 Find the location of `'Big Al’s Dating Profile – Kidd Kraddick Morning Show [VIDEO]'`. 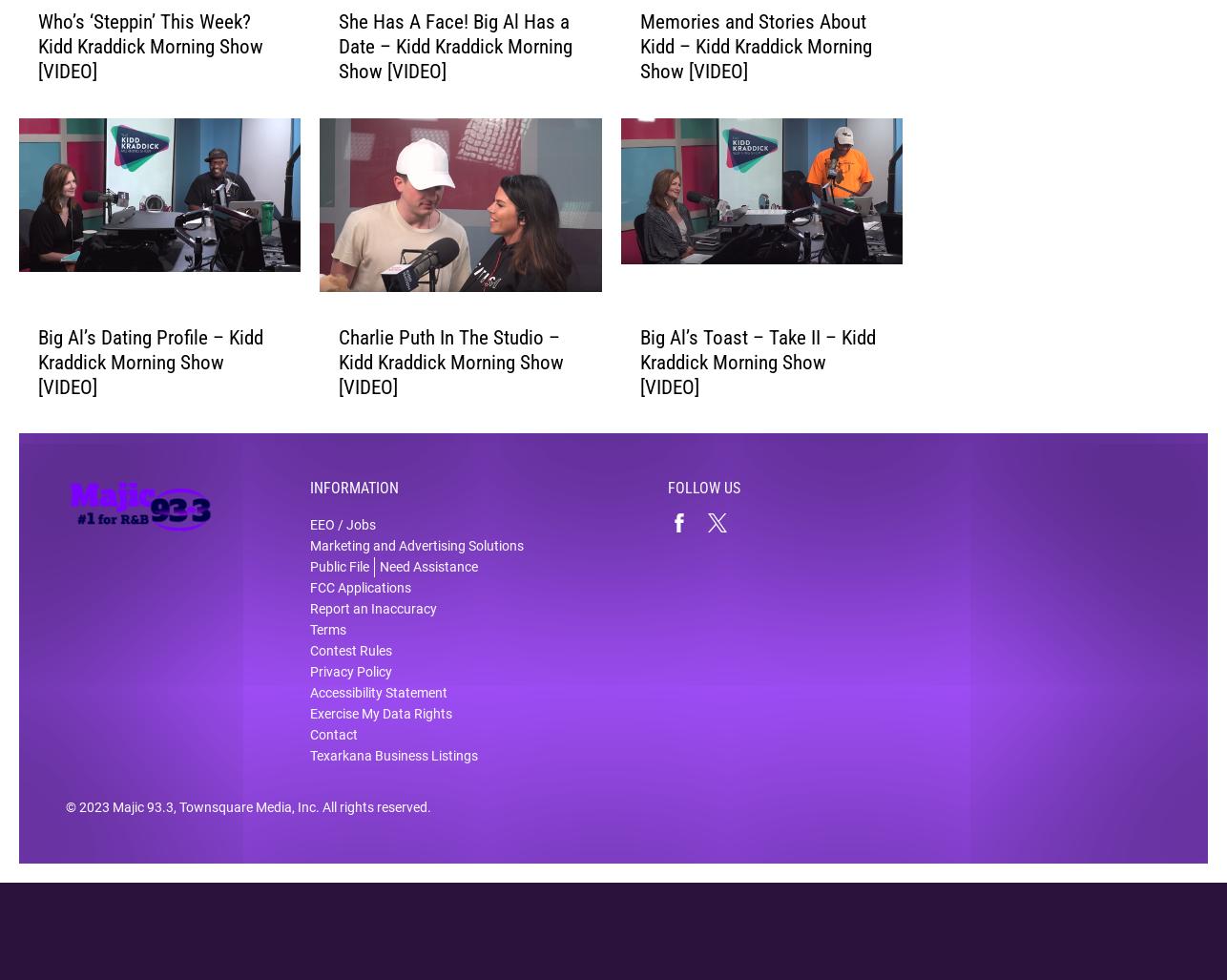

'Big Al’s Dating Profile – Kidd Kraddick Morning Show [VIDEO]' is located at coordinates (151, 375).